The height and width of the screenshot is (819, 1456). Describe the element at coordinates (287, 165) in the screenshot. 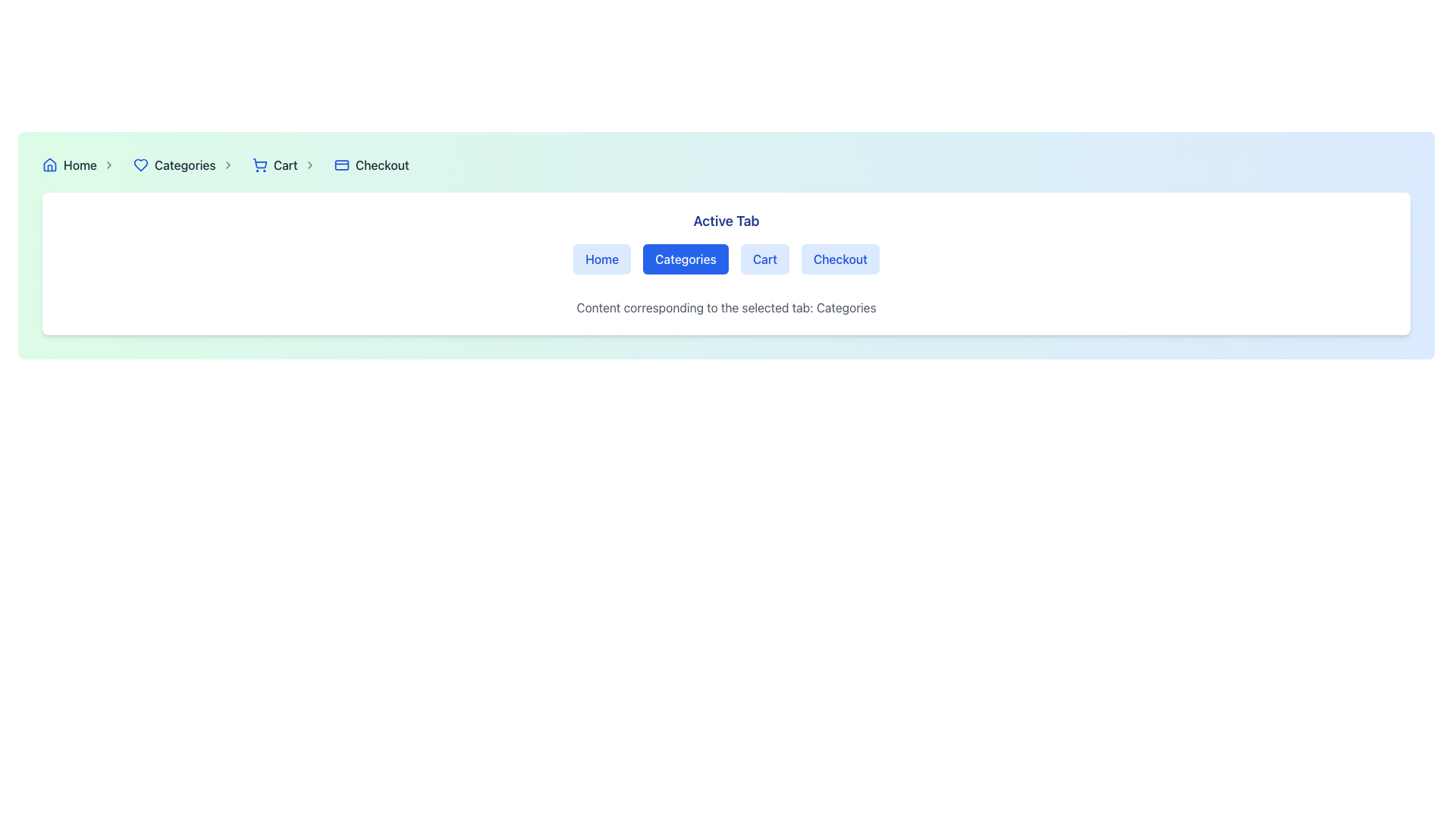

I see `the 'Cart' link with a blue shopping cart icon in the breadcrumb navigation bar` at that location.